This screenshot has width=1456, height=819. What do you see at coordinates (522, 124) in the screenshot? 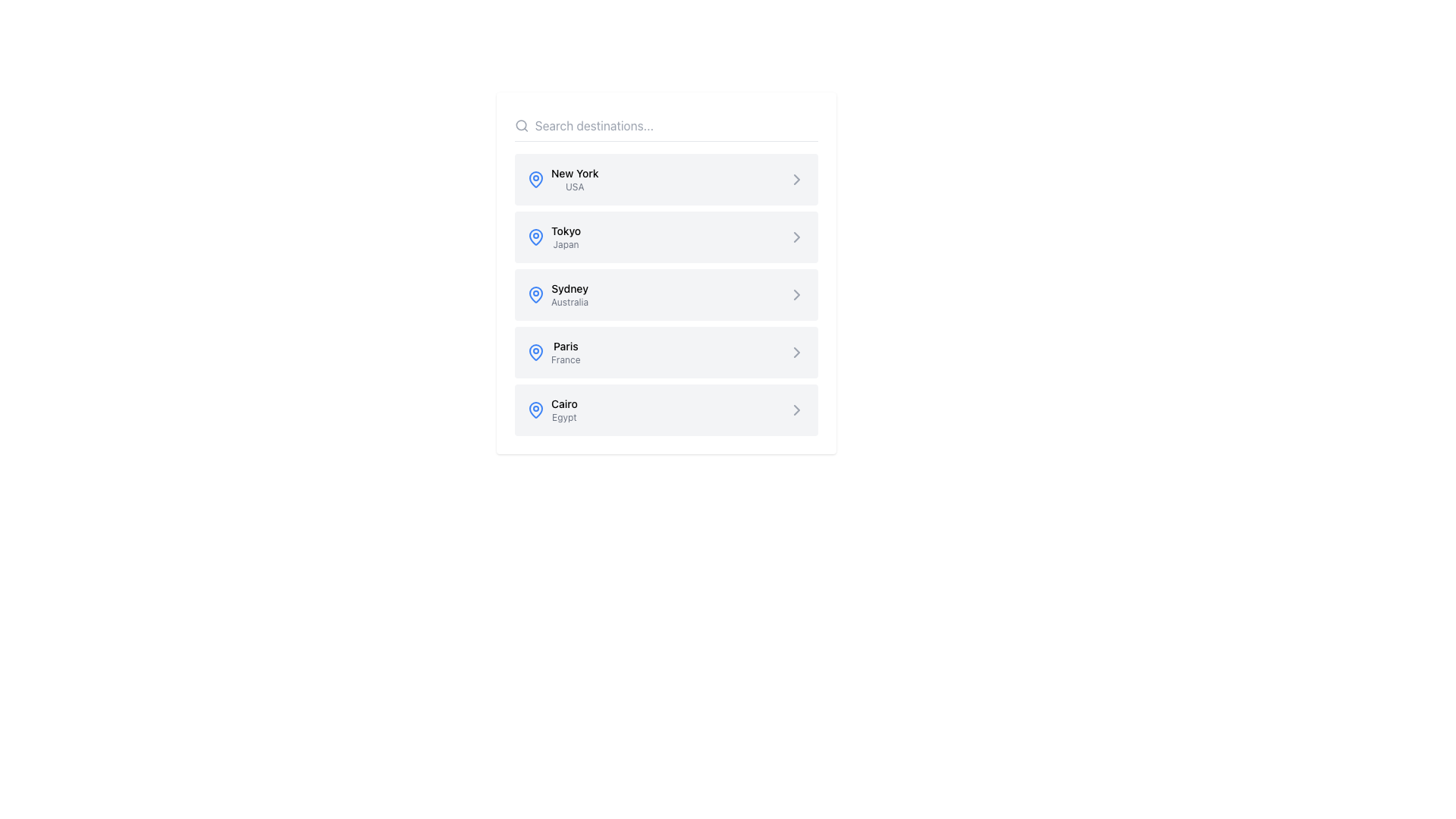
I see `the small light gray magnifying glass icon indicating search functionality, located at the top-left of the search input field` at bounding box center [522, 124].